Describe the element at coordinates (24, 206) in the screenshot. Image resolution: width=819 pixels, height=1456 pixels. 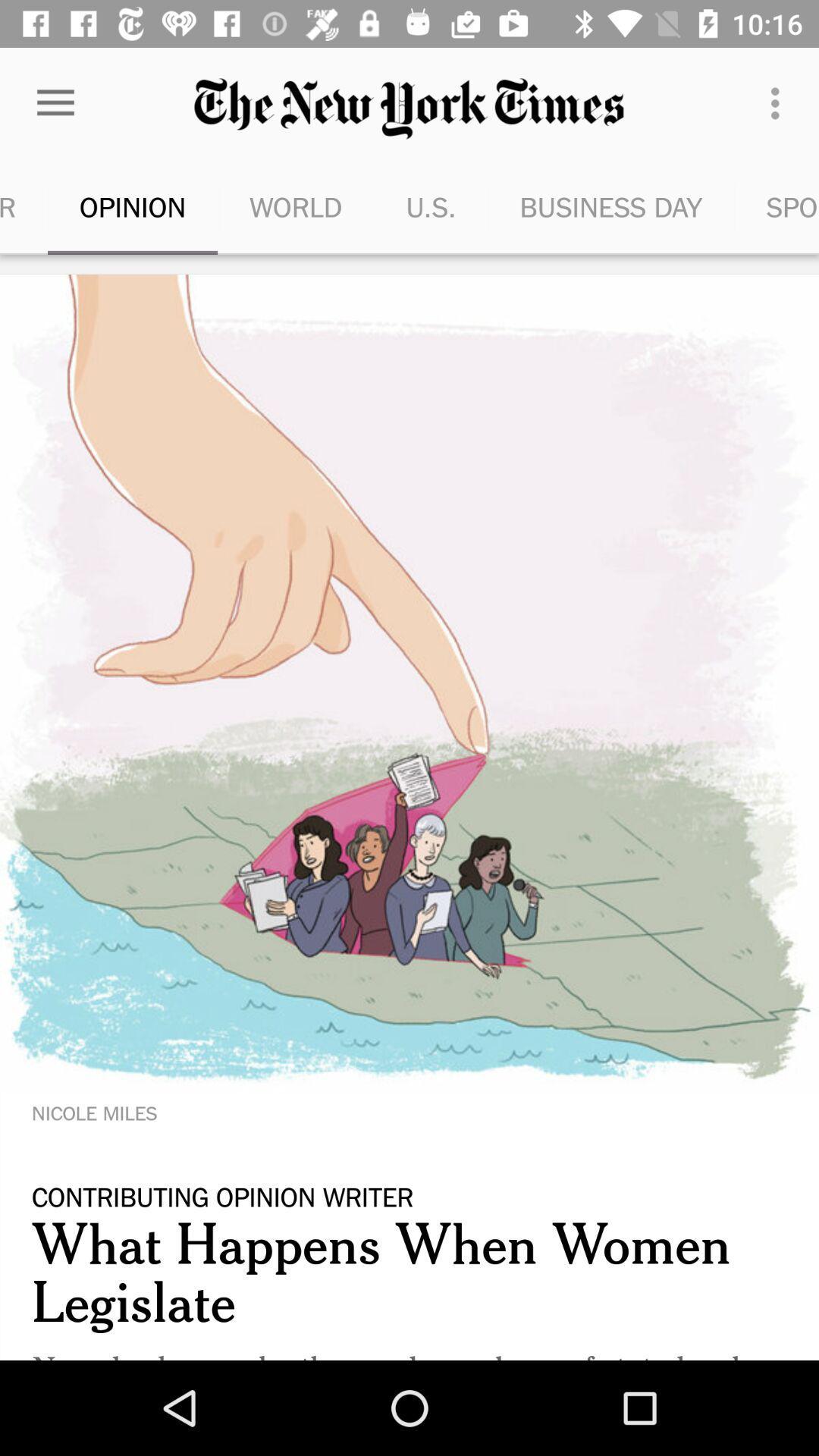
I see `the item to the left of the opinion item` at that location.